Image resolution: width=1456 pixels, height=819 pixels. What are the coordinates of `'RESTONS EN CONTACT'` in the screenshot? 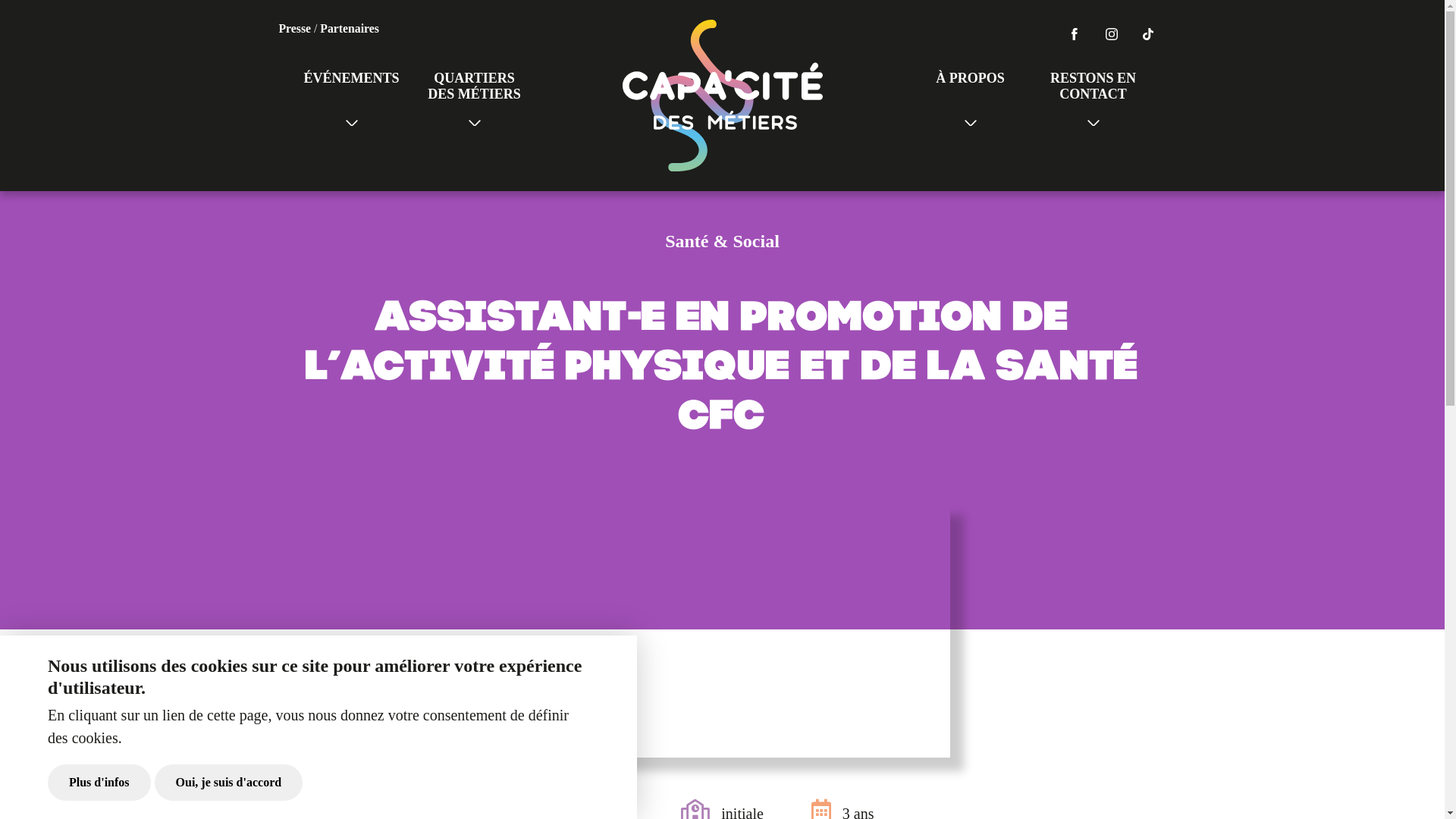 It's located at (1092, 95).